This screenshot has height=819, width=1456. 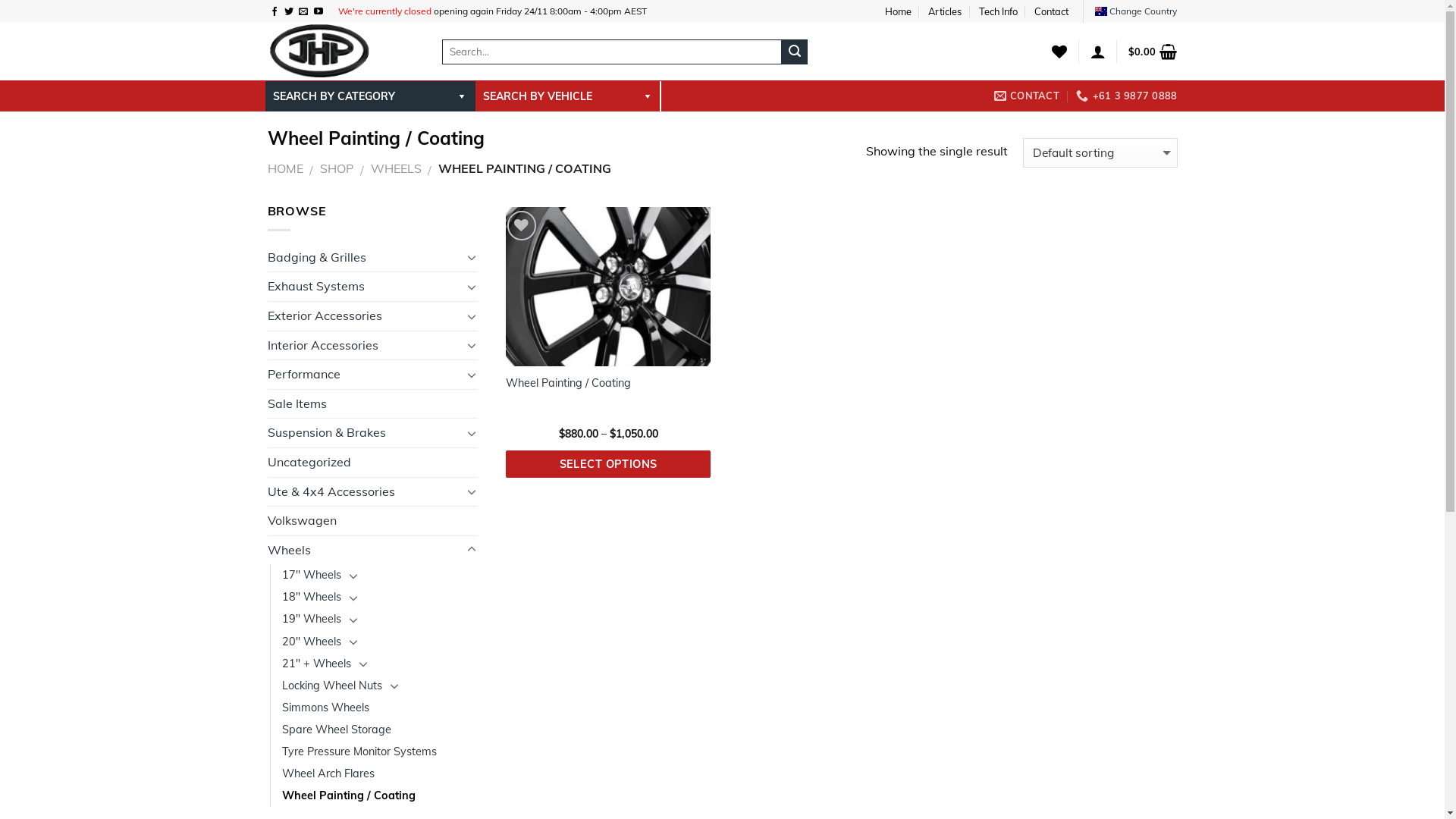 What do you see at coordinates (364, 550) in the screenshot?
I see `'Wheels'` at bounding box center [364, 550].